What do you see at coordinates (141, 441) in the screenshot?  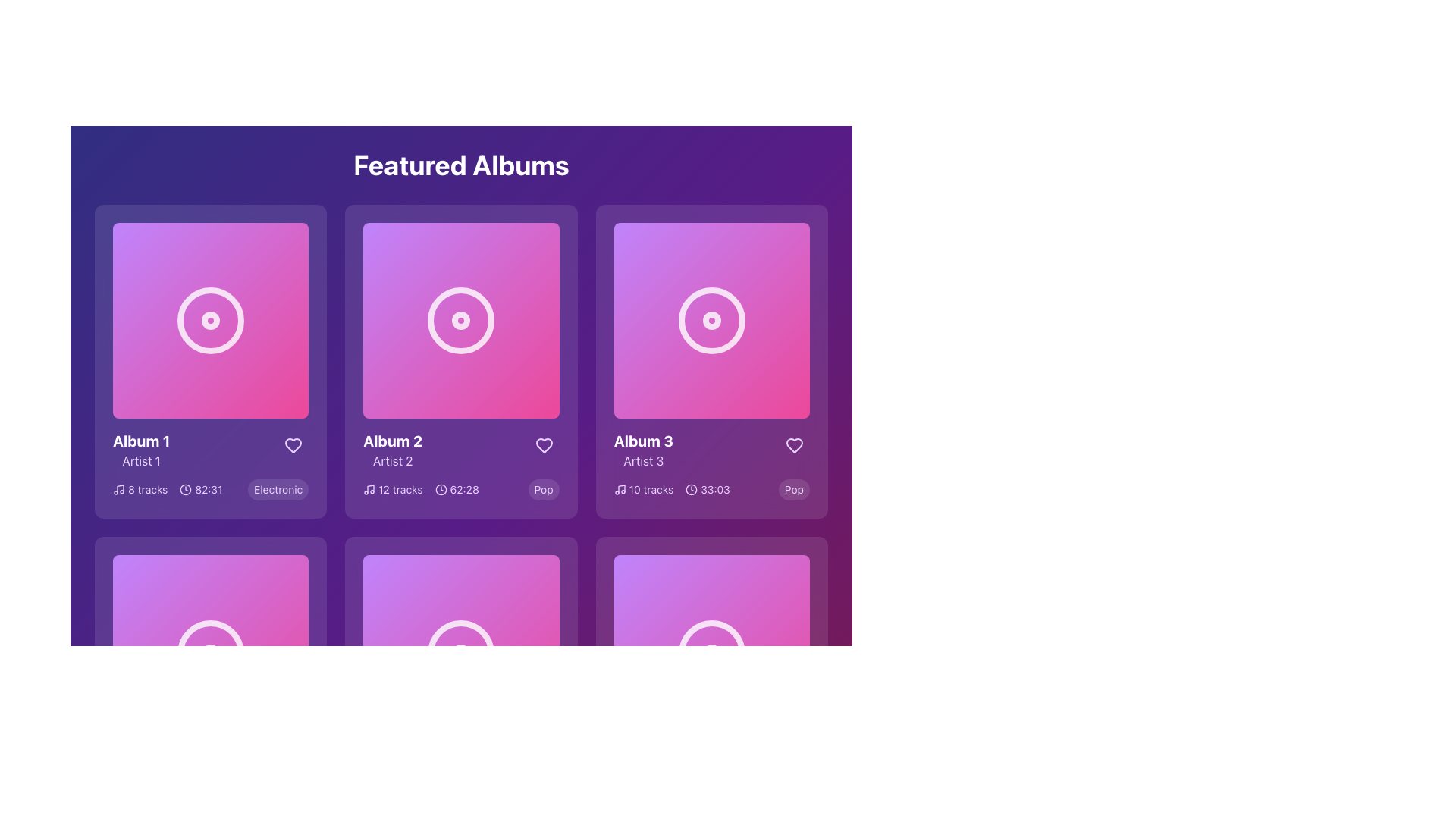 I see `the text label displaying 'Album 1' in bold, white font, located in the top left corner of the album grid` at bounding box center [141, 441].